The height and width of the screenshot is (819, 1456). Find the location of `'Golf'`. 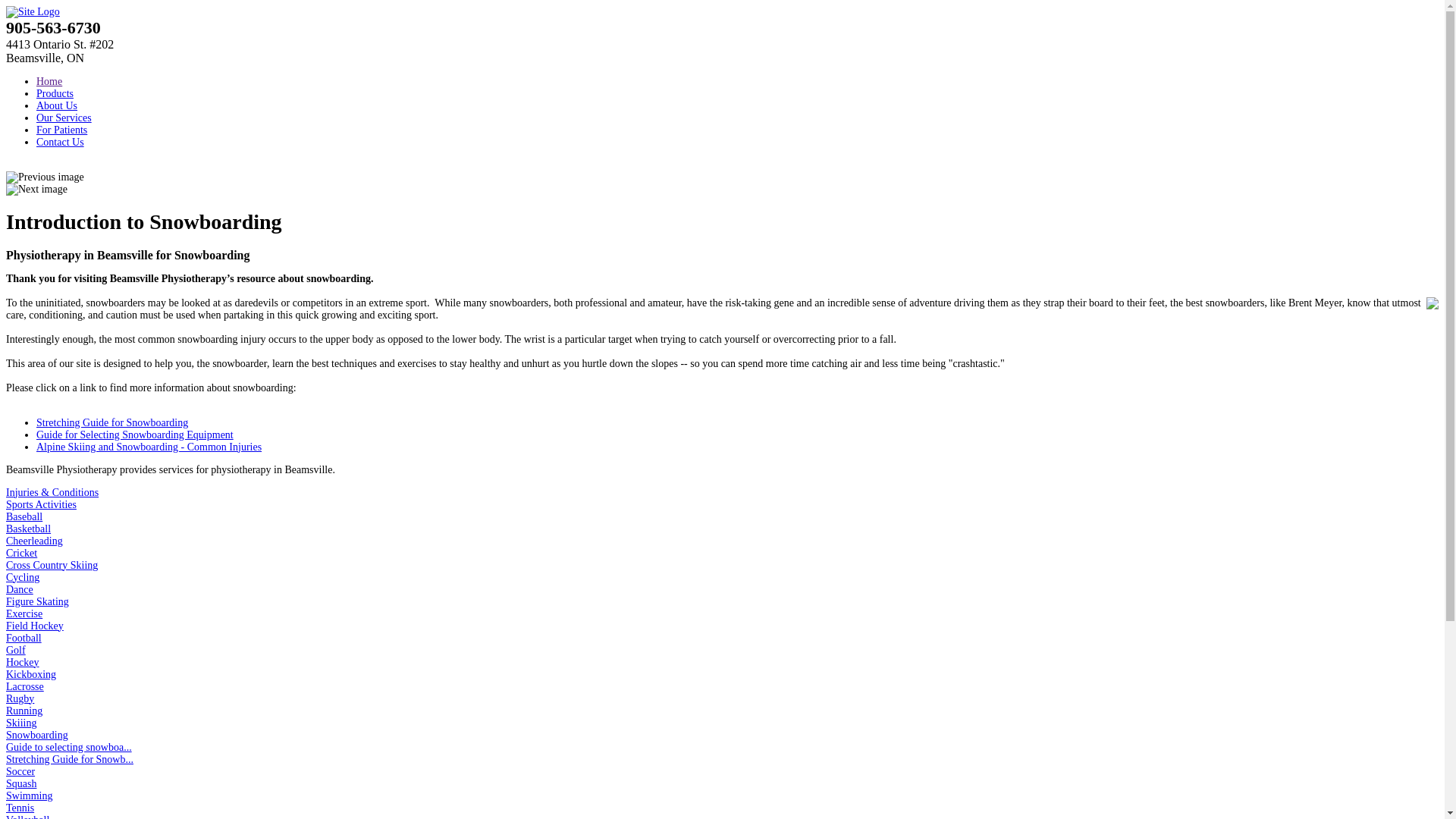

'Golf' is located at coordinates (15, 649).